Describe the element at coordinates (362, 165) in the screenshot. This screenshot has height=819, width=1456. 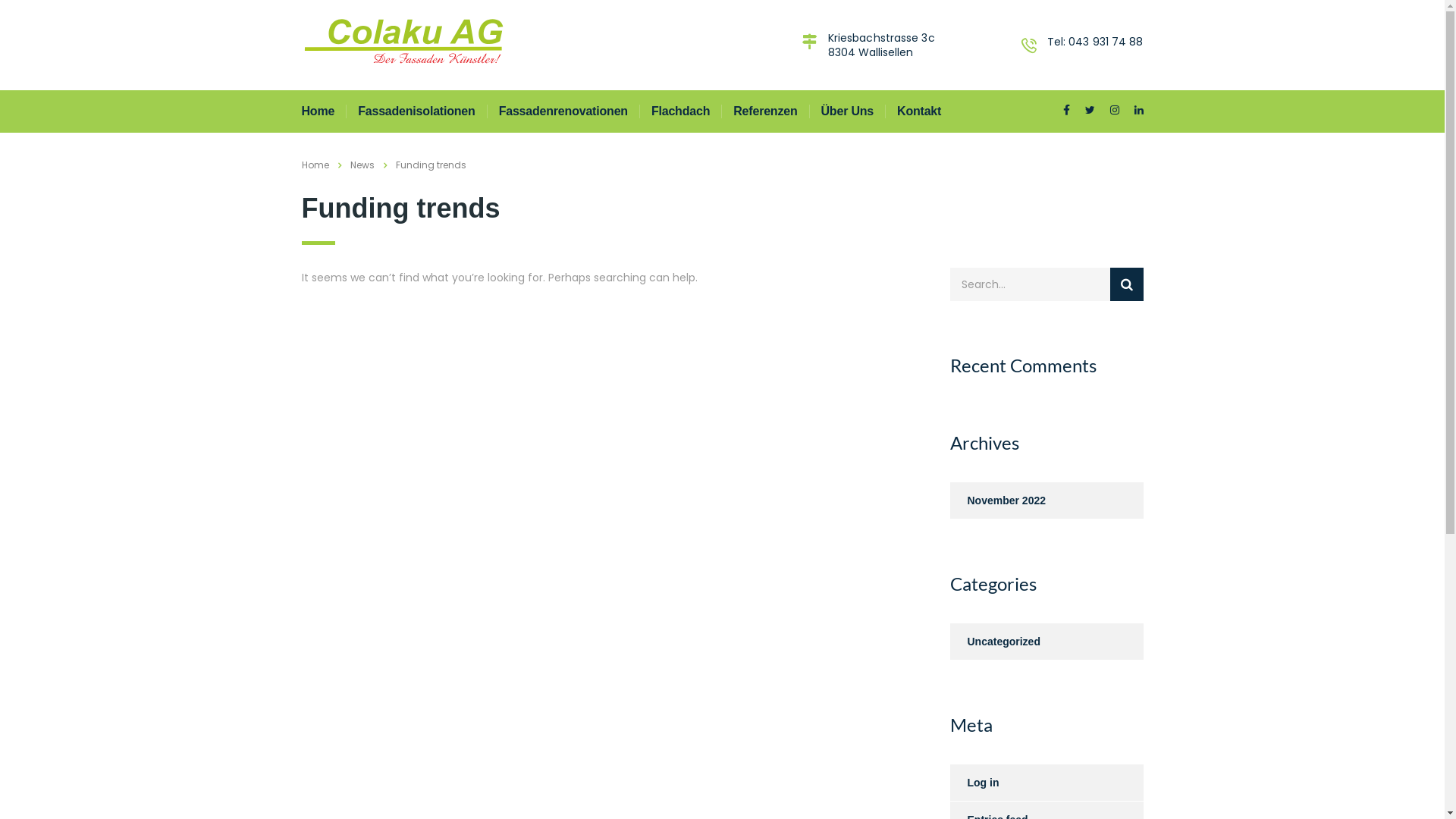
I see `'News'` at that location.